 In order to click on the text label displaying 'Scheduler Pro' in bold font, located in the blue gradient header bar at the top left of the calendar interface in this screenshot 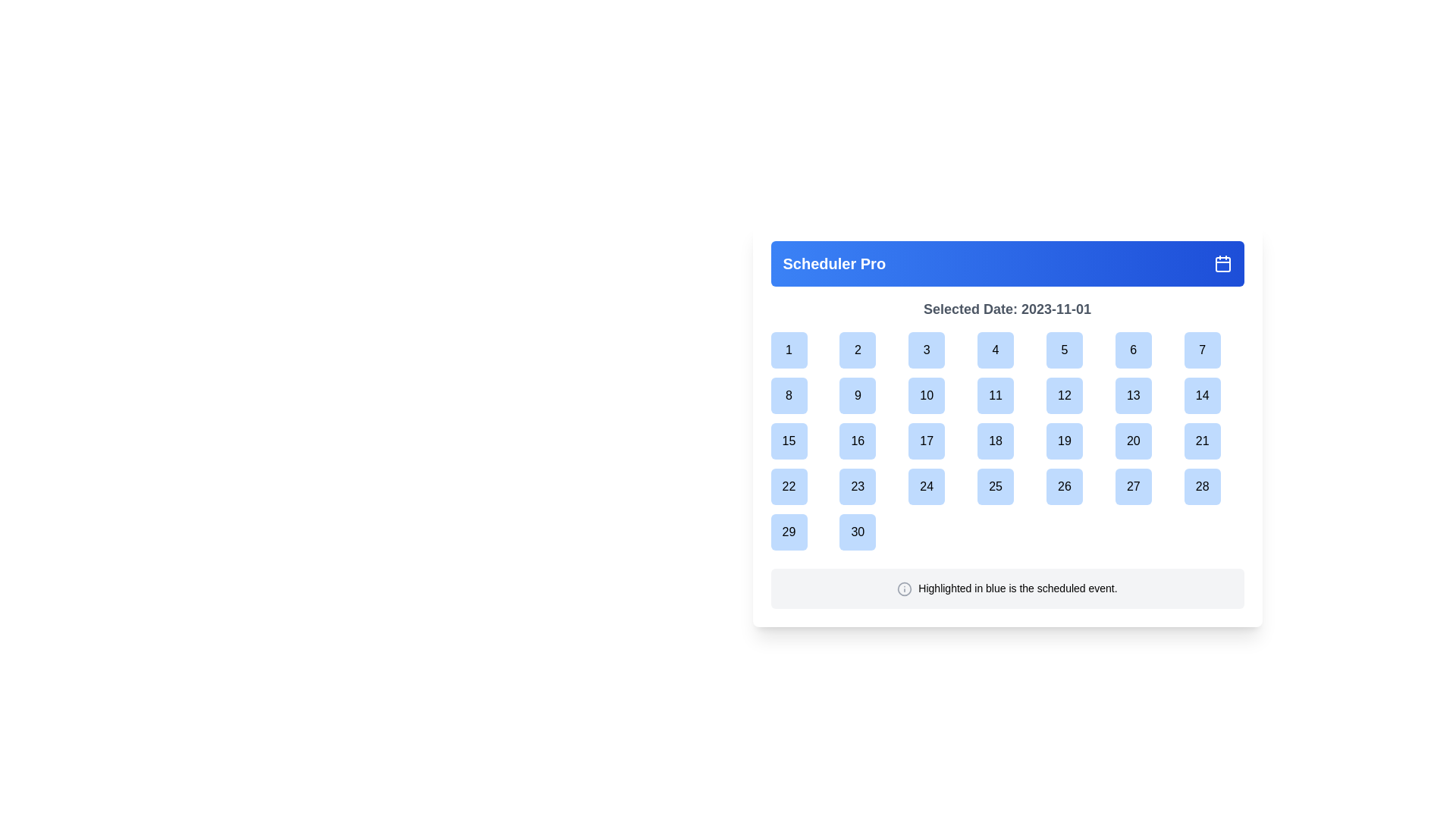, I will do `click(833, 262)`.